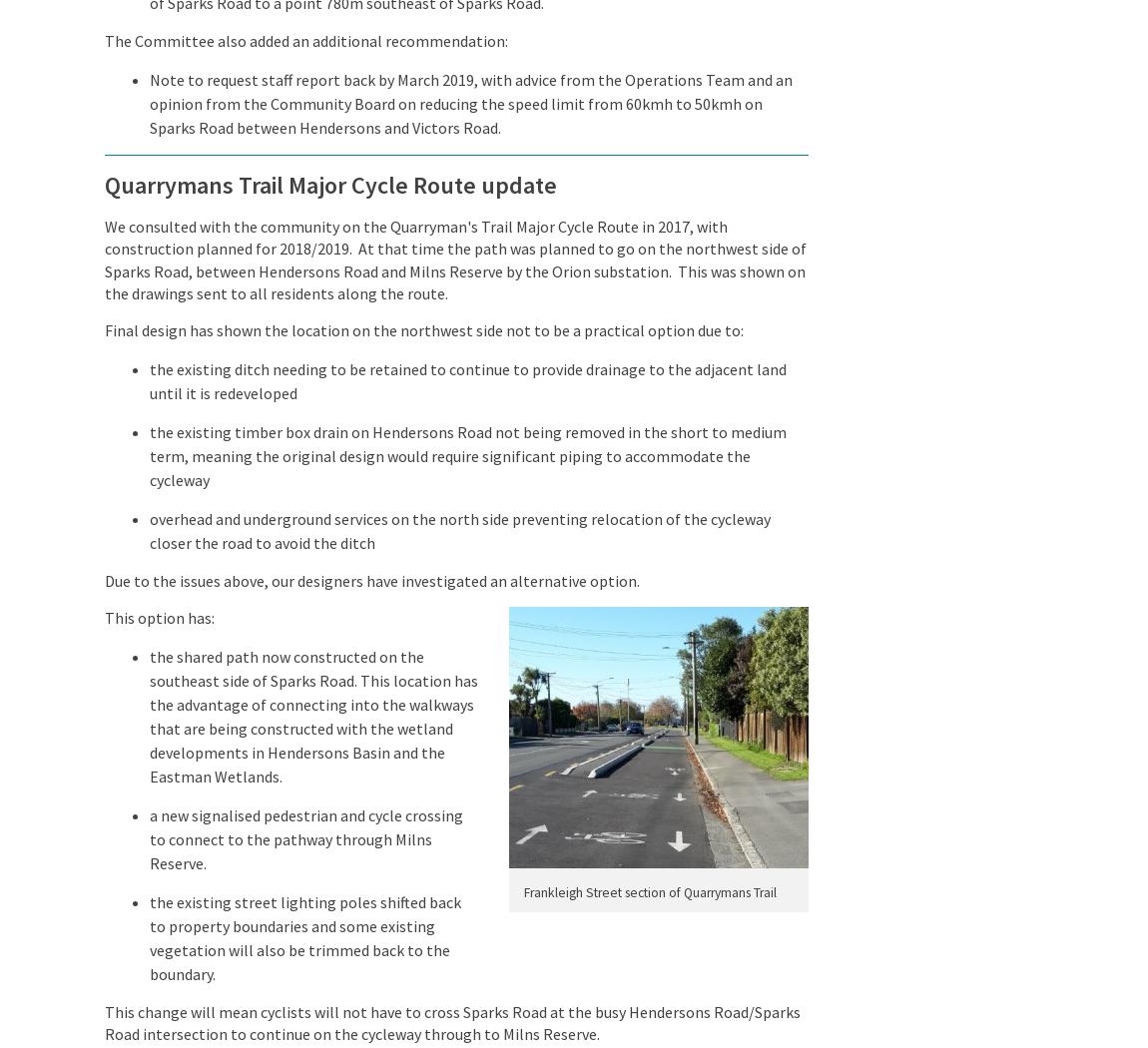 The width and height of the screenshot is (1148, 1048). I want to click on 'Note to request staff report back by March 2019, with advice from the Operations Team and an opinion from the Community Board on reducing the speed limit from 60kmh to 50kmh on Sparks Road between Hendersons and Victors Road.', so click(470, 103).